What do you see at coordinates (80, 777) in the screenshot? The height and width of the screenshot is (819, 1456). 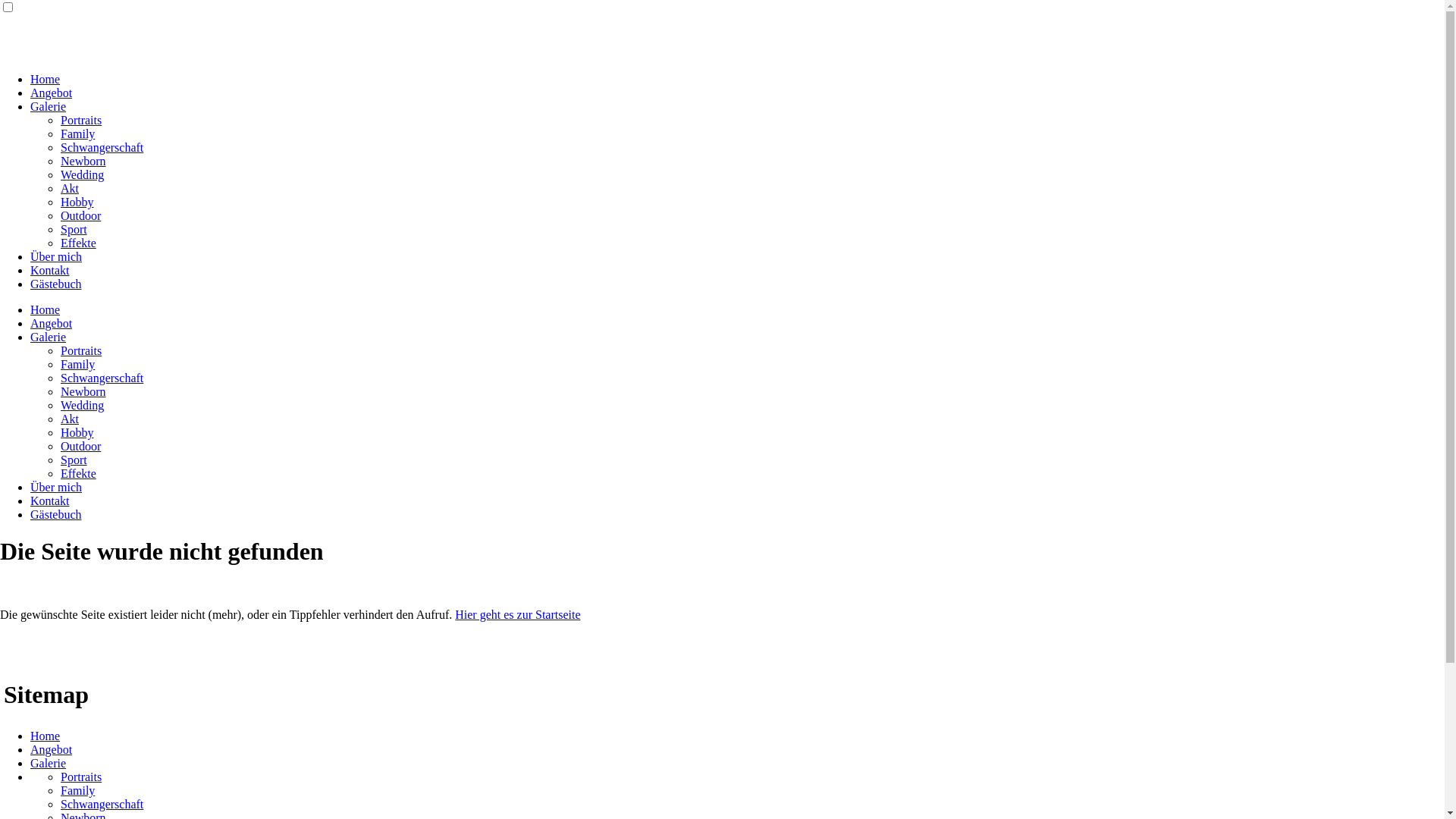 I see `'Portraits'` at bounding box center [80, 777].